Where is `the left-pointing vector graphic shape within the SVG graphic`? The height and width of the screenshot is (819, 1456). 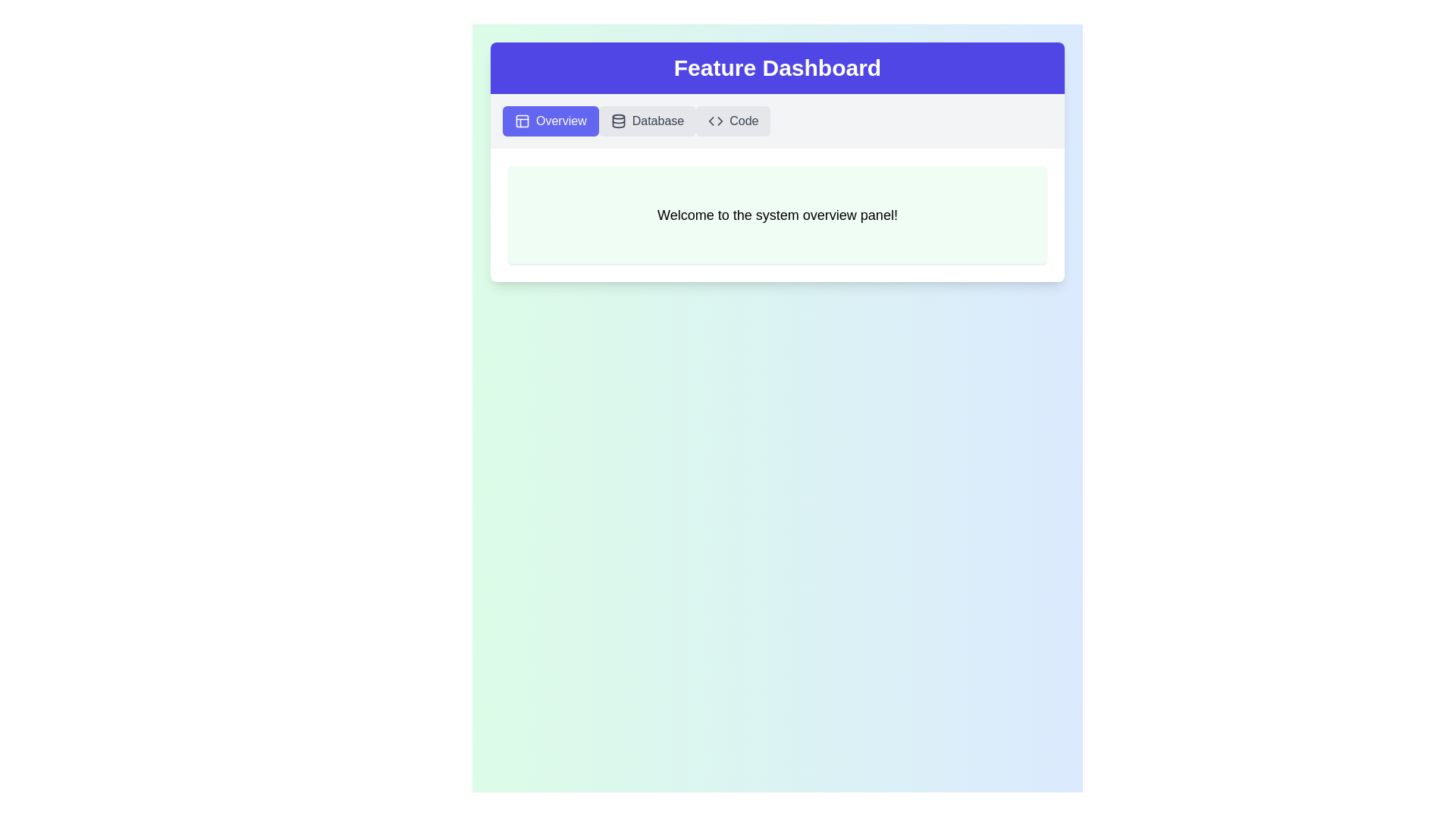
the left-pointing vector graphic shape within the SVG graphic is located at coordinates (710, 120).